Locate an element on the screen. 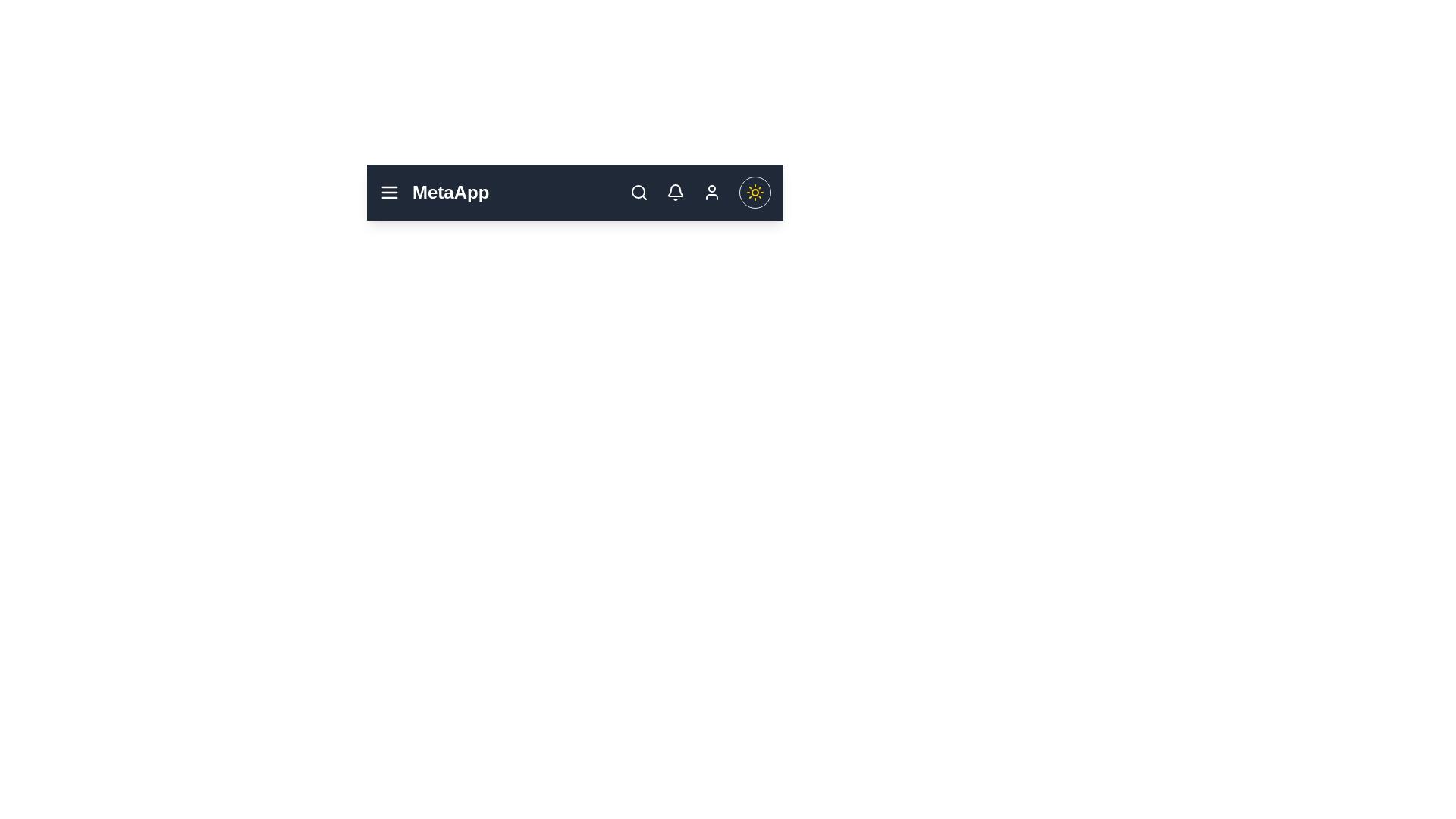  the menu icon to open the menu is located at coordinates (389, 192).